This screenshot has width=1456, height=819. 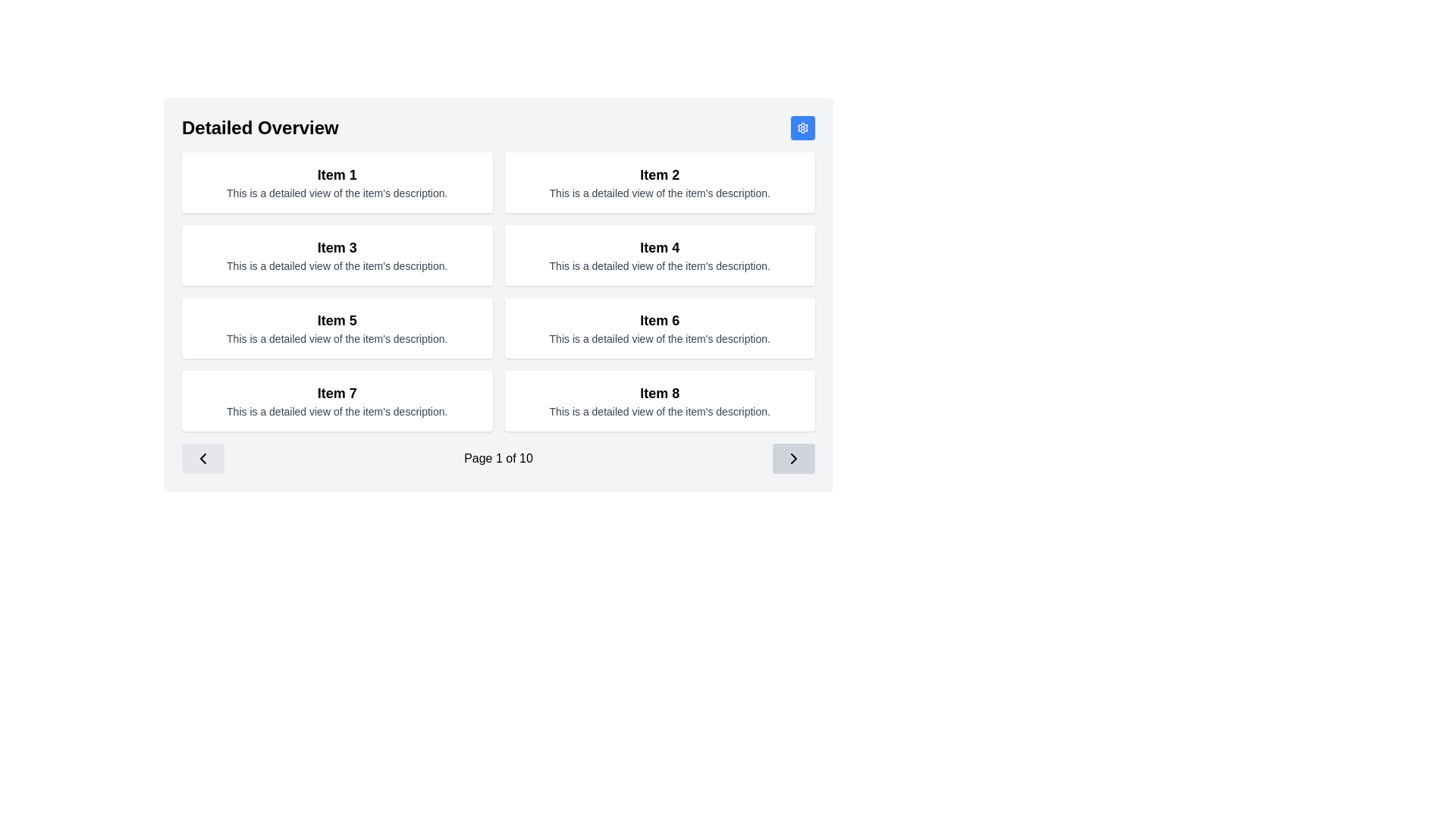 What do you see at coordinates (802, 127) in the screenshot?
I see `the settings button located in the top-right corner of the 'Detailed Overview' section` at bounding box center [802, 127].